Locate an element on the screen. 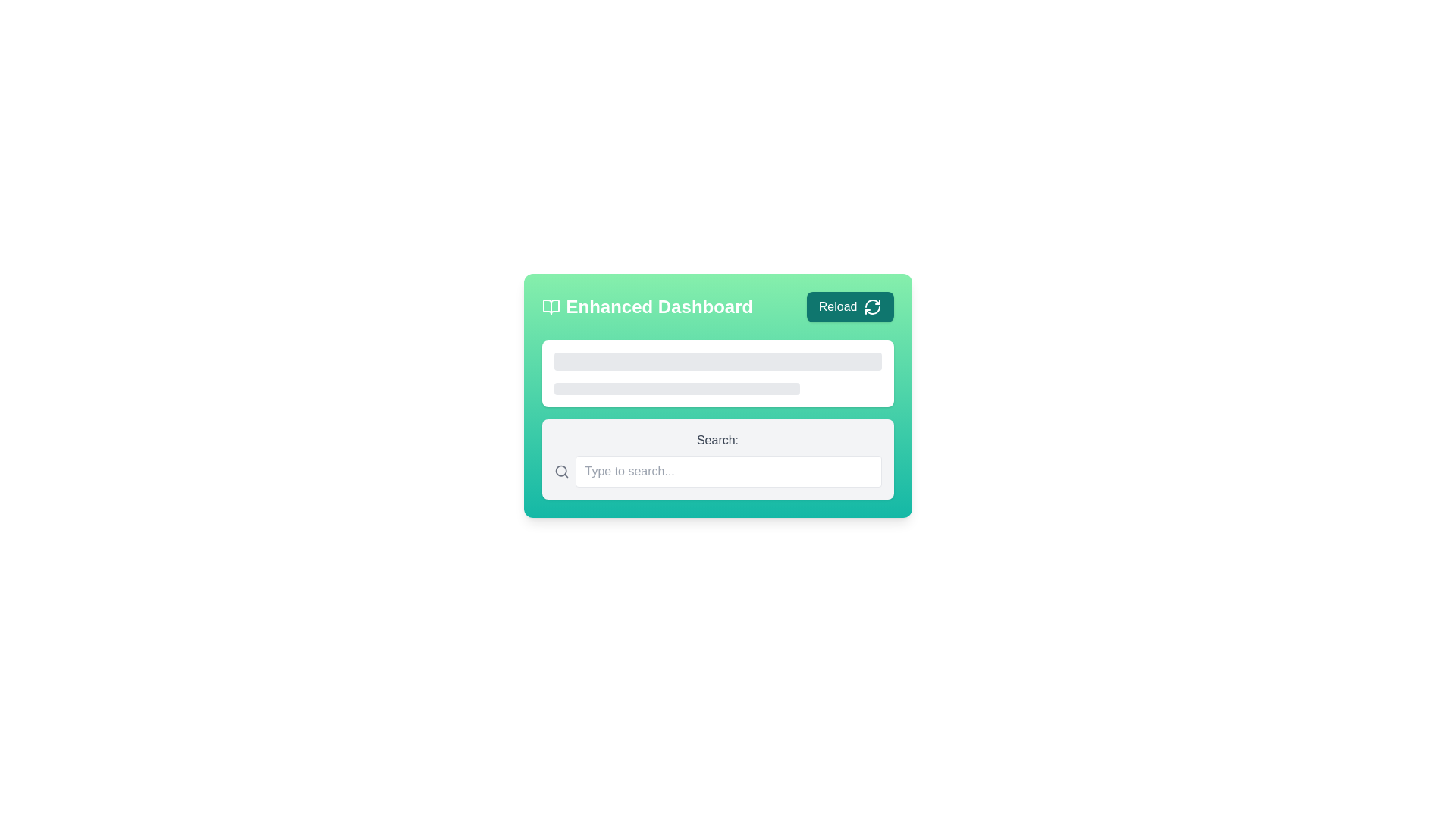  the 'Enhanced Dashboard' text label with an open book icon, which is styled with a bold font and white text, located in a green background section is located at coordinates (647, 307).